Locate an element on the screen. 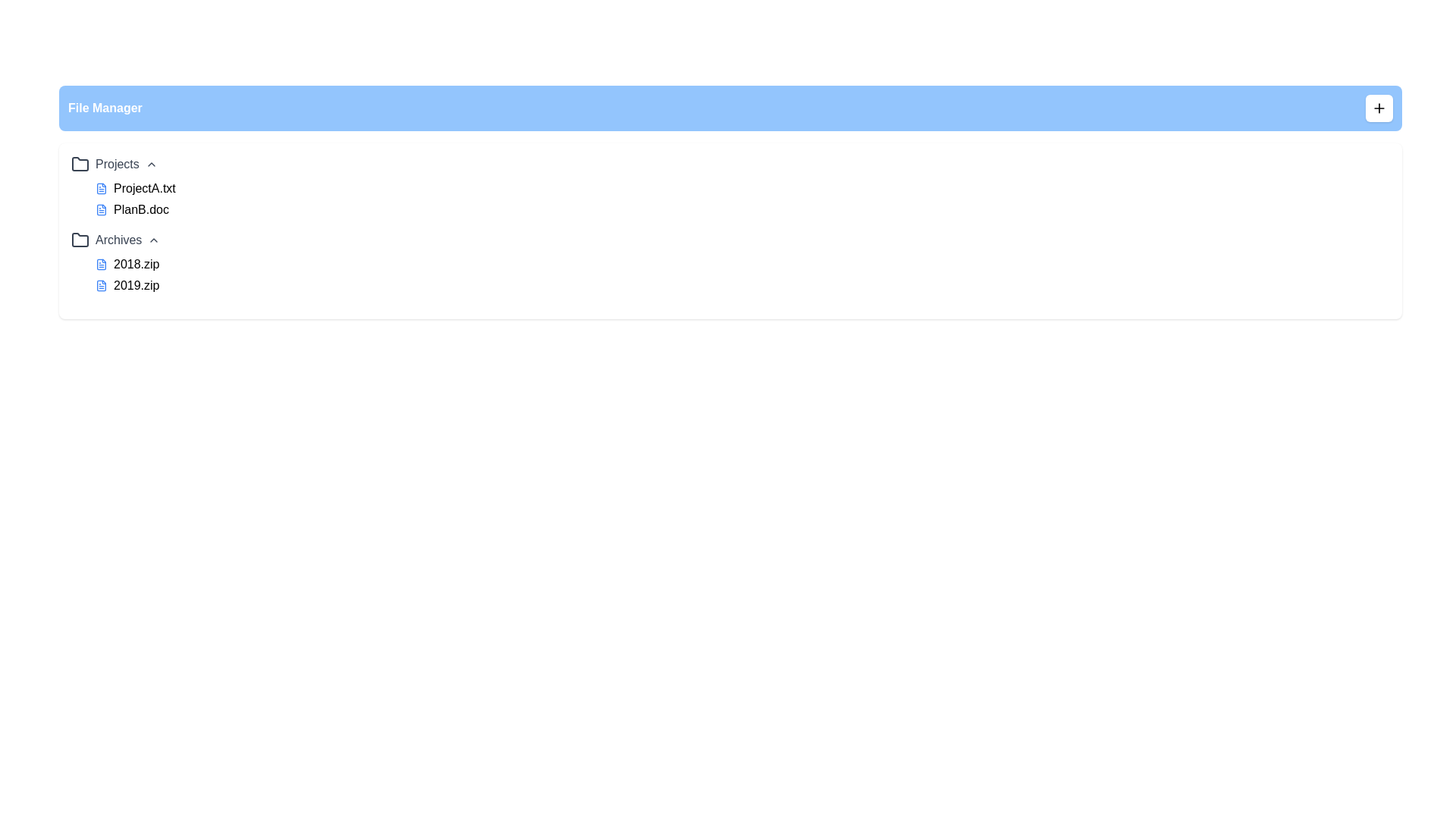 The image size is (1456, 819). the icon representing the '2018.zip' document file located is located at coordinates (101, 263).